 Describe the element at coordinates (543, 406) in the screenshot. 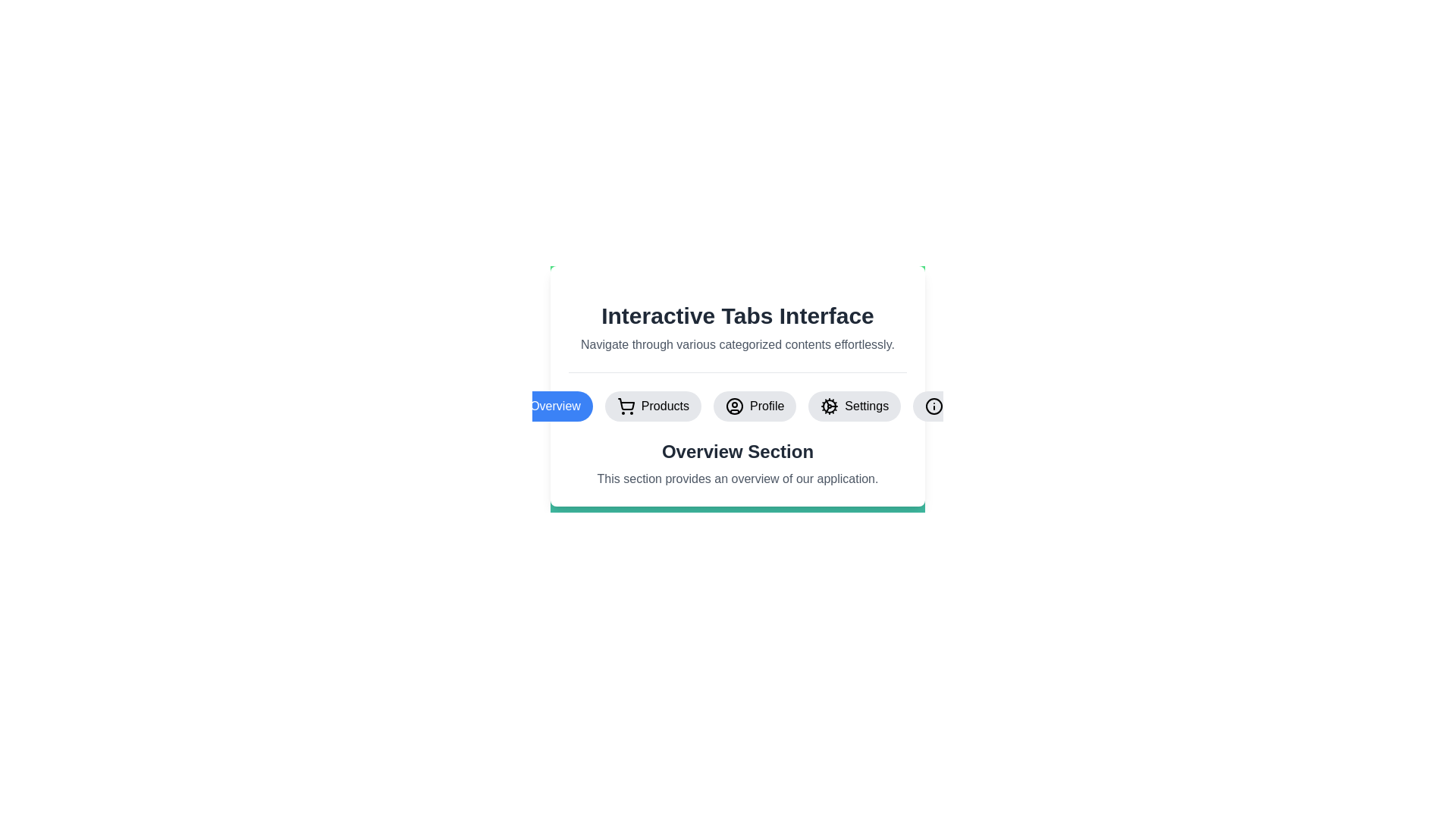

I see `the blue rounded rectangular button labeled 'Overview'` at that location.